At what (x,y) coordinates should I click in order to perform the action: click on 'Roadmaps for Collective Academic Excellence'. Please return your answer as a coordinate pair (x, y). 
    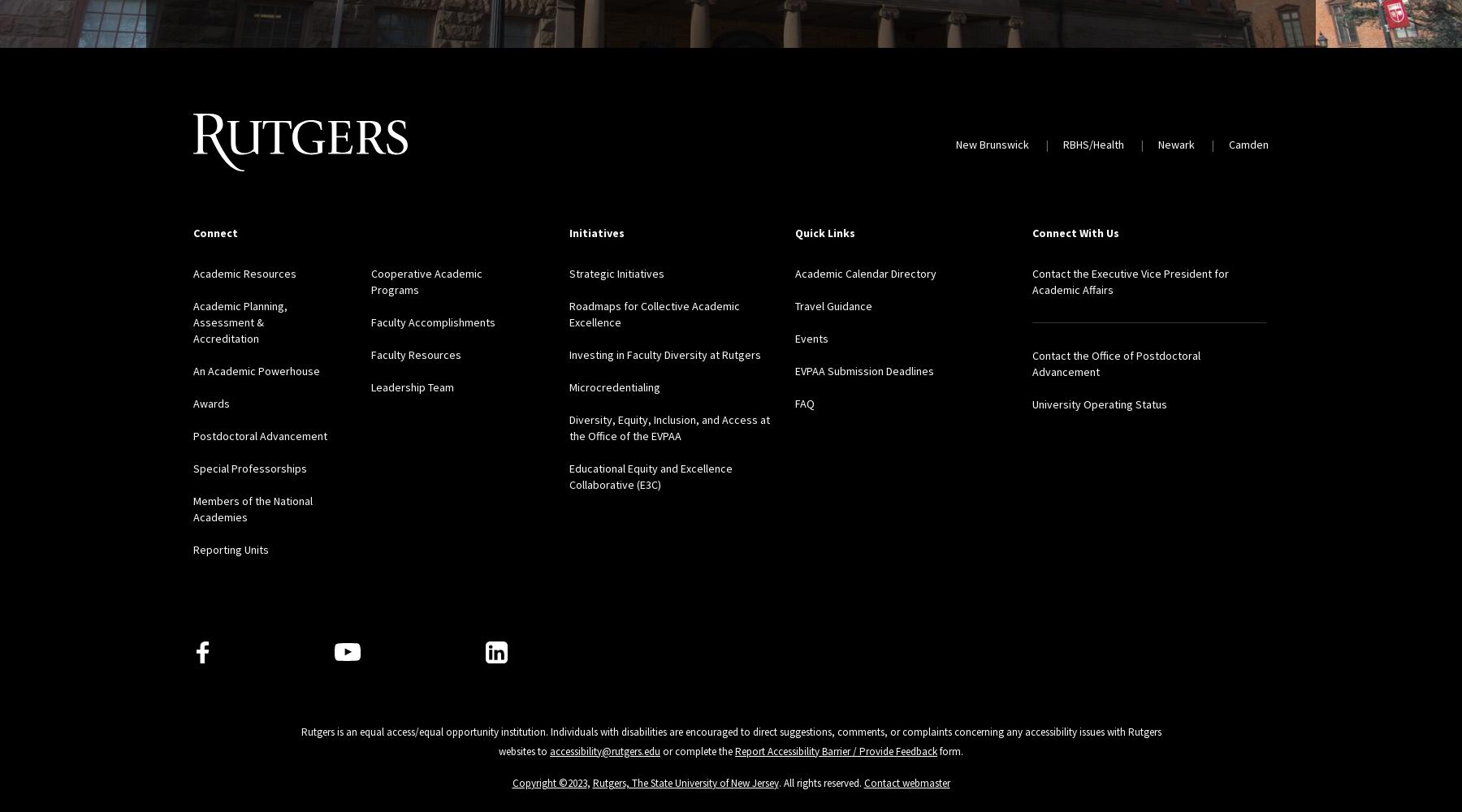
    Looking at the image, I should click on (568, 314).